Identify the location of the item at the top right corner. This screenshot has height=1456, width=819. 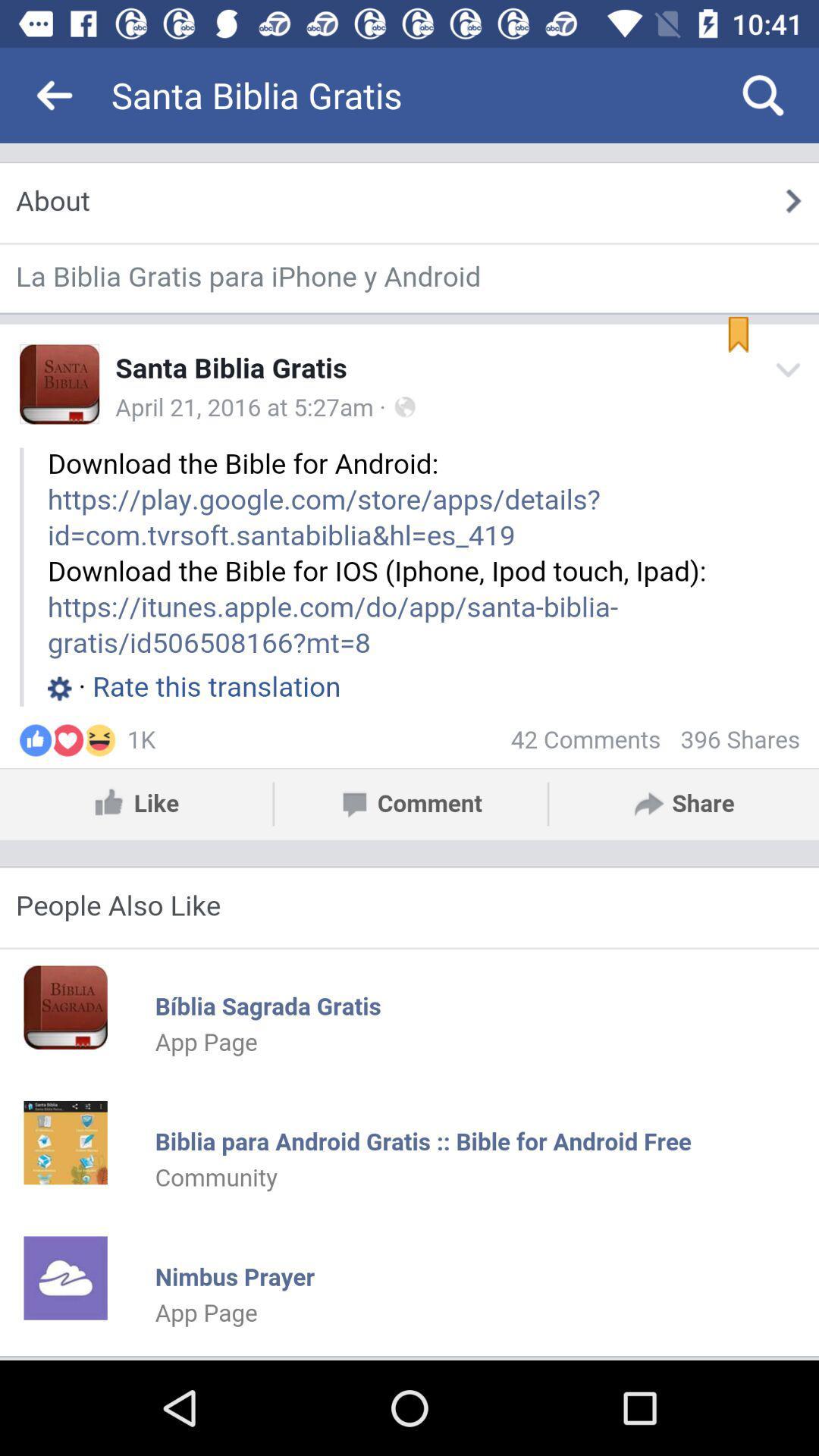
(763, 94).